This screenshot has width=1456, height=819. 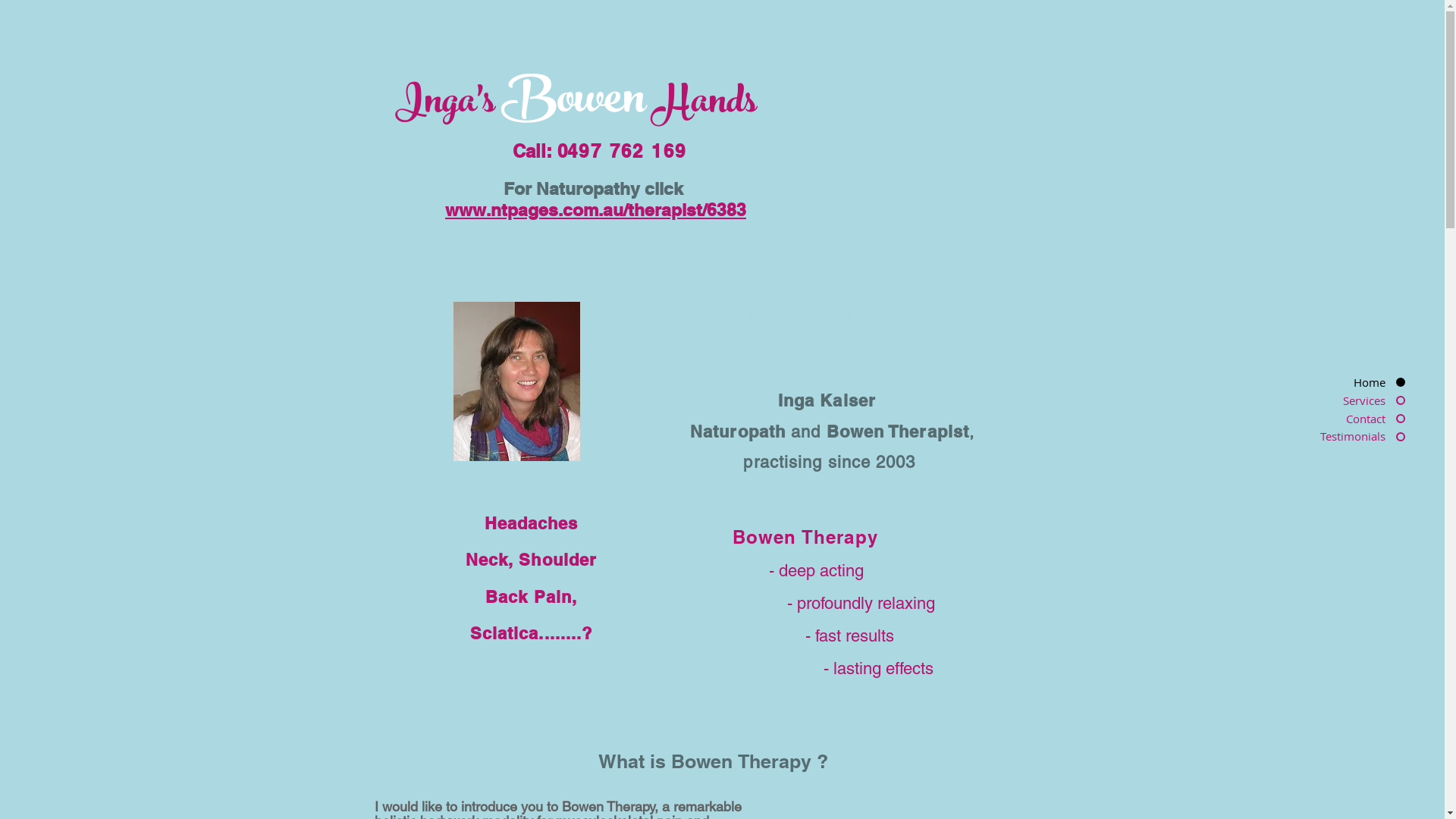 What do you see at coordinates (437, 104) in the screenshot?
I see `'Inga''` at bounding box center [437, 104].